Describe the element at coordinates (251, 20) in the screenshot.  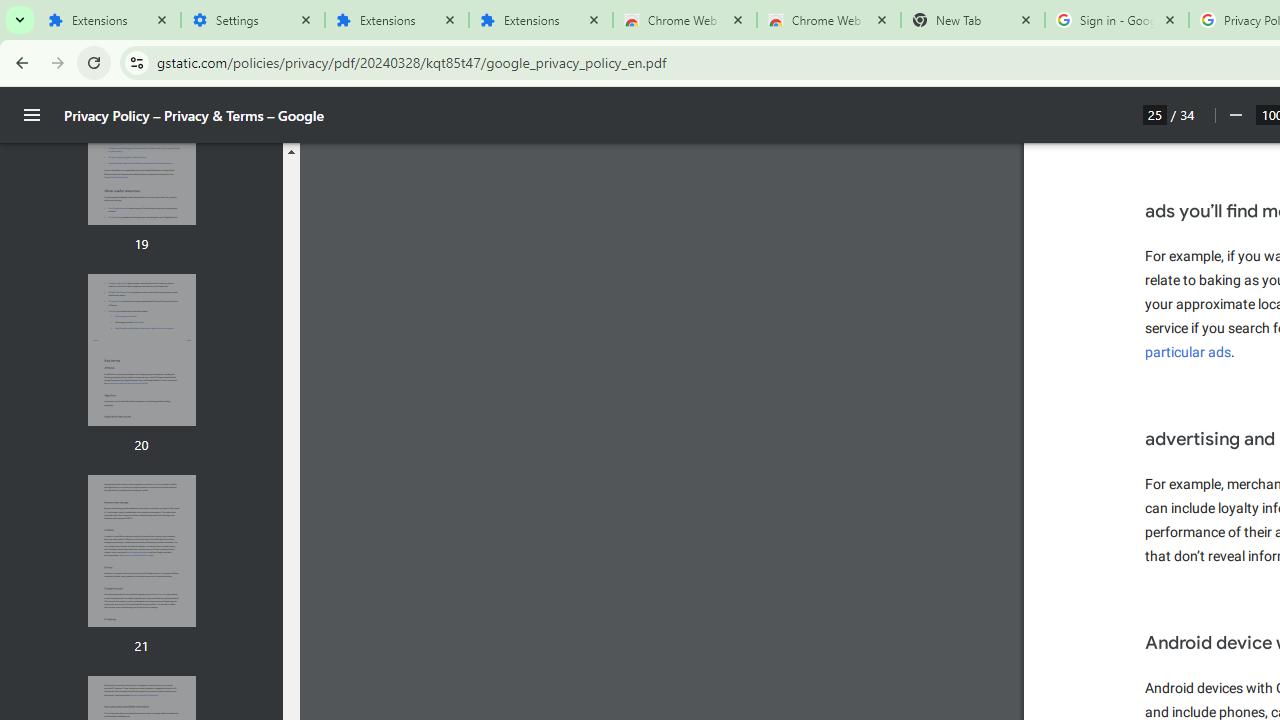
I see `'Settings'` at that location.